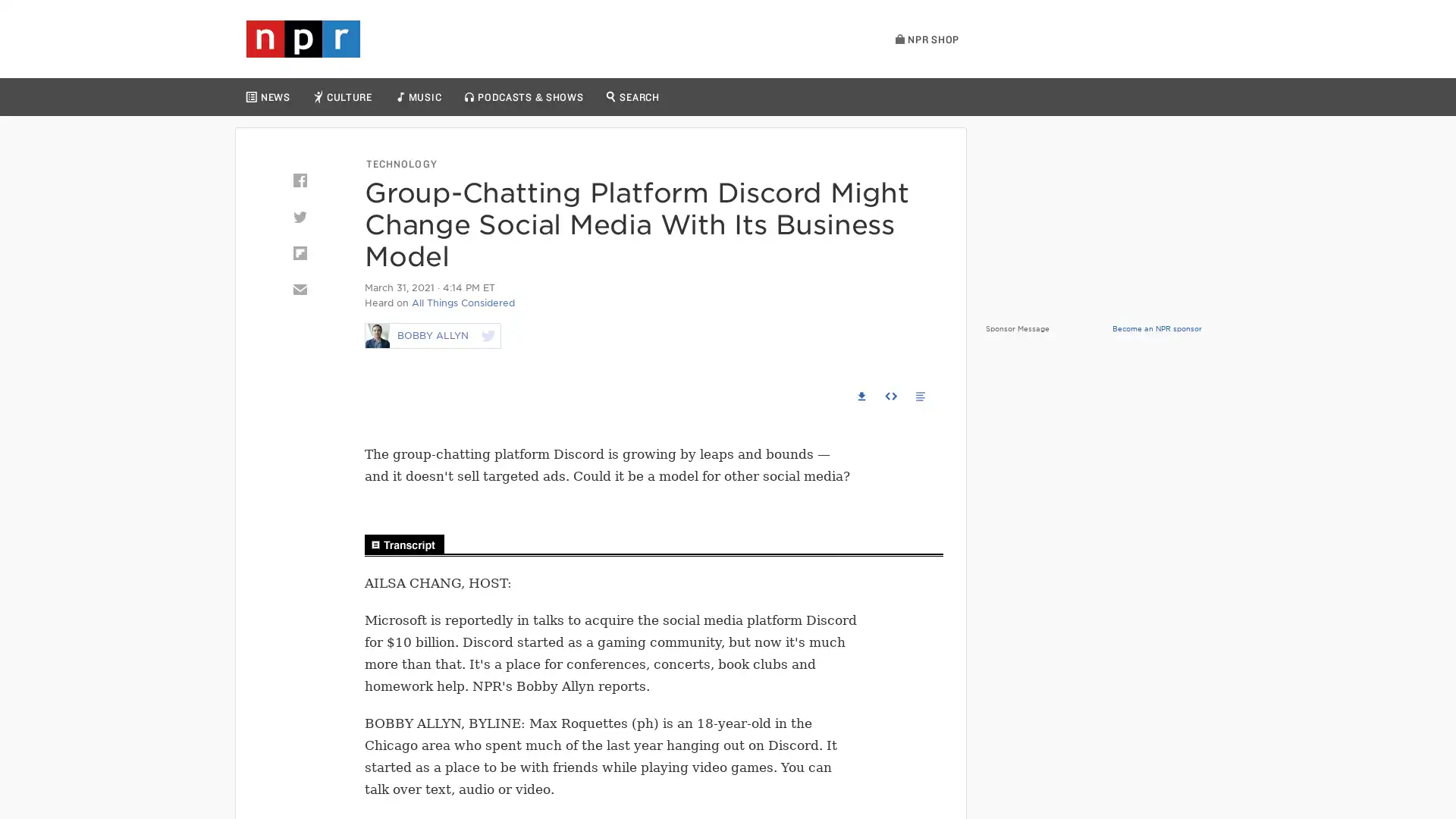  I want to click on Embed, so click(891, 394).